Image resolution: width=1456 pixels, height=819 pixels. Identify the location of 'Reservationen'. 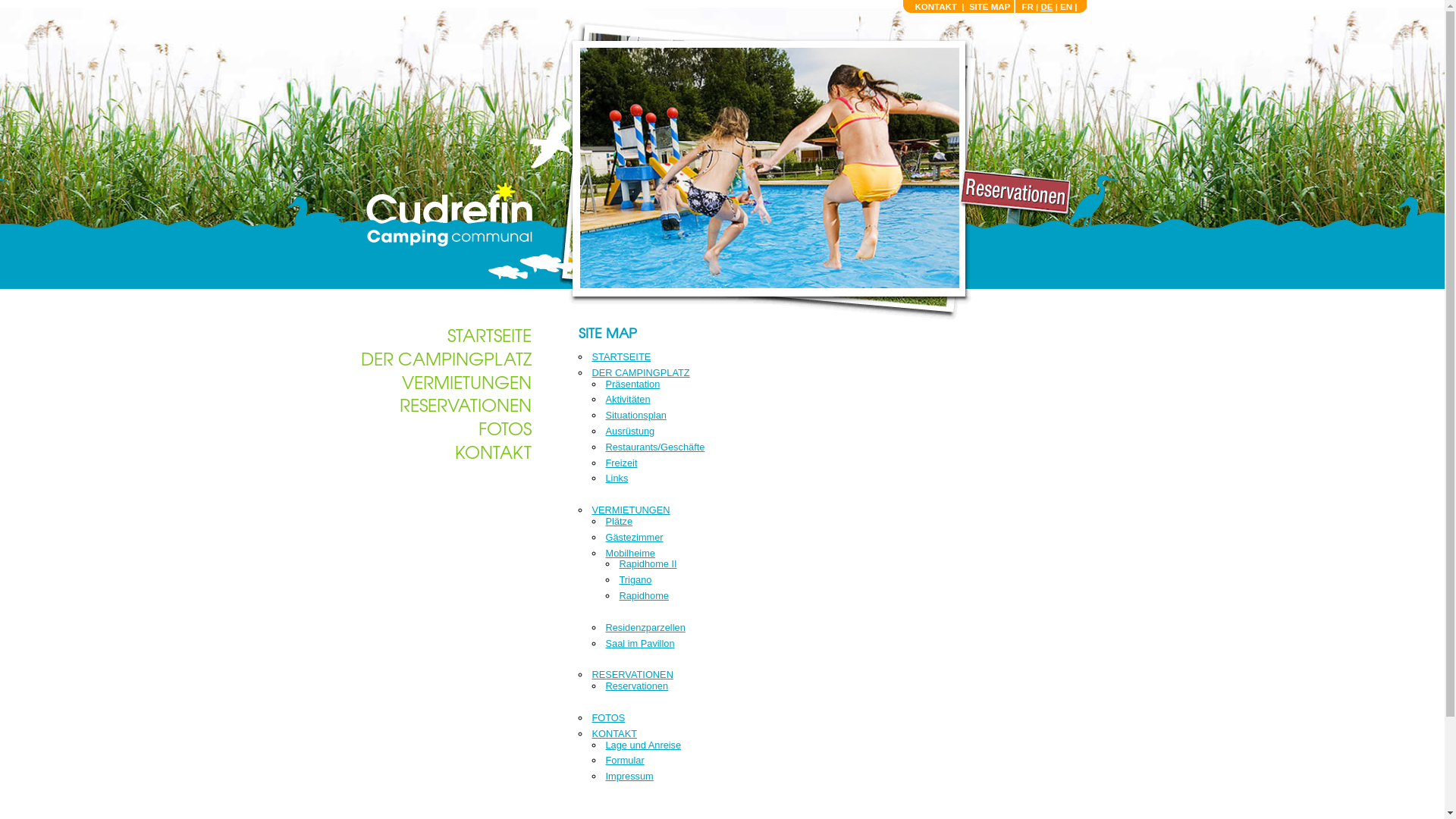
(636, 686).